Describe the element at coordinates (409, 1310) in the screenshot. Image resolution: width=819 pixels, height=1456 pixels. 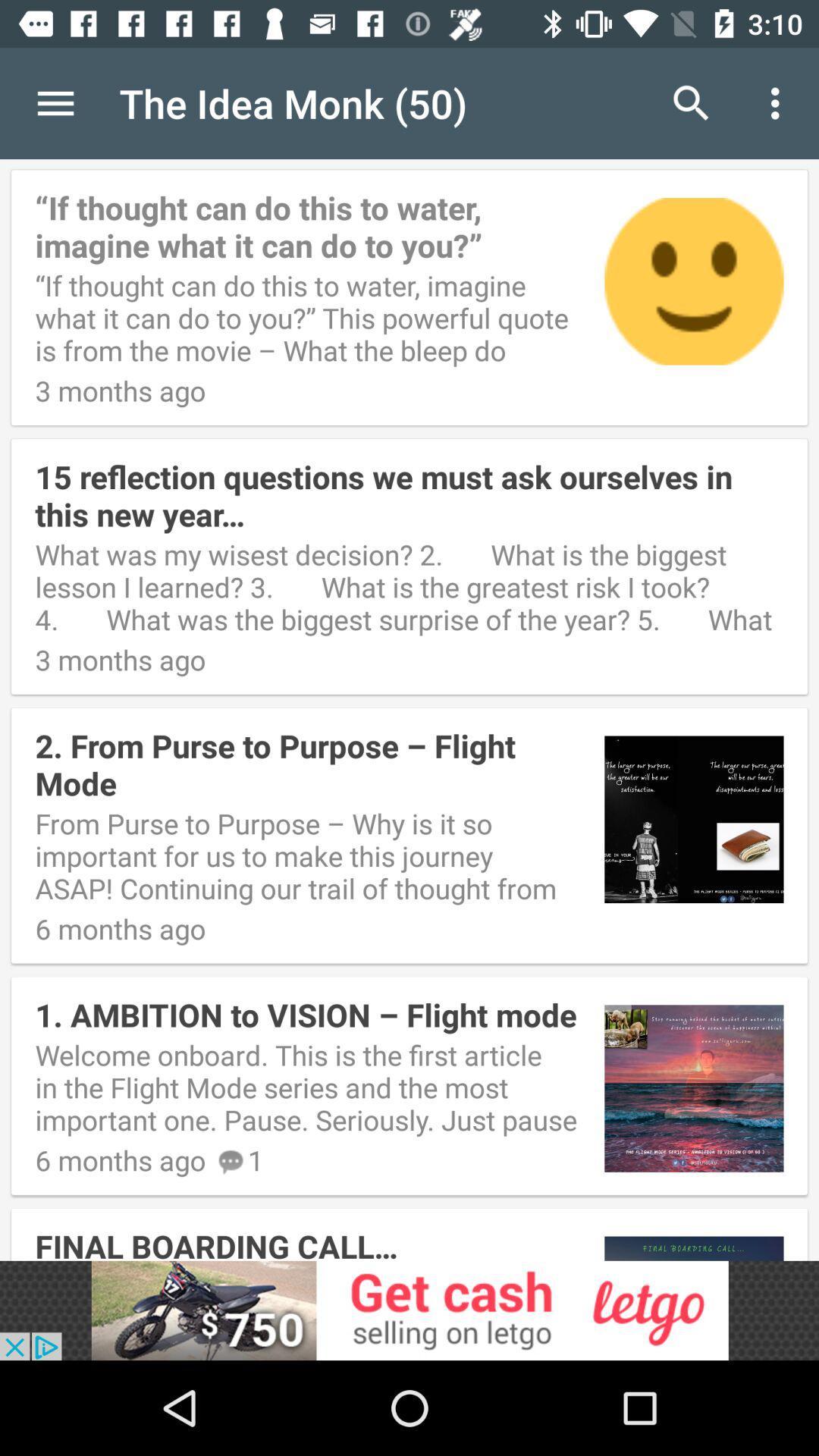
I see `advertisement for a platform letgo` at that location.